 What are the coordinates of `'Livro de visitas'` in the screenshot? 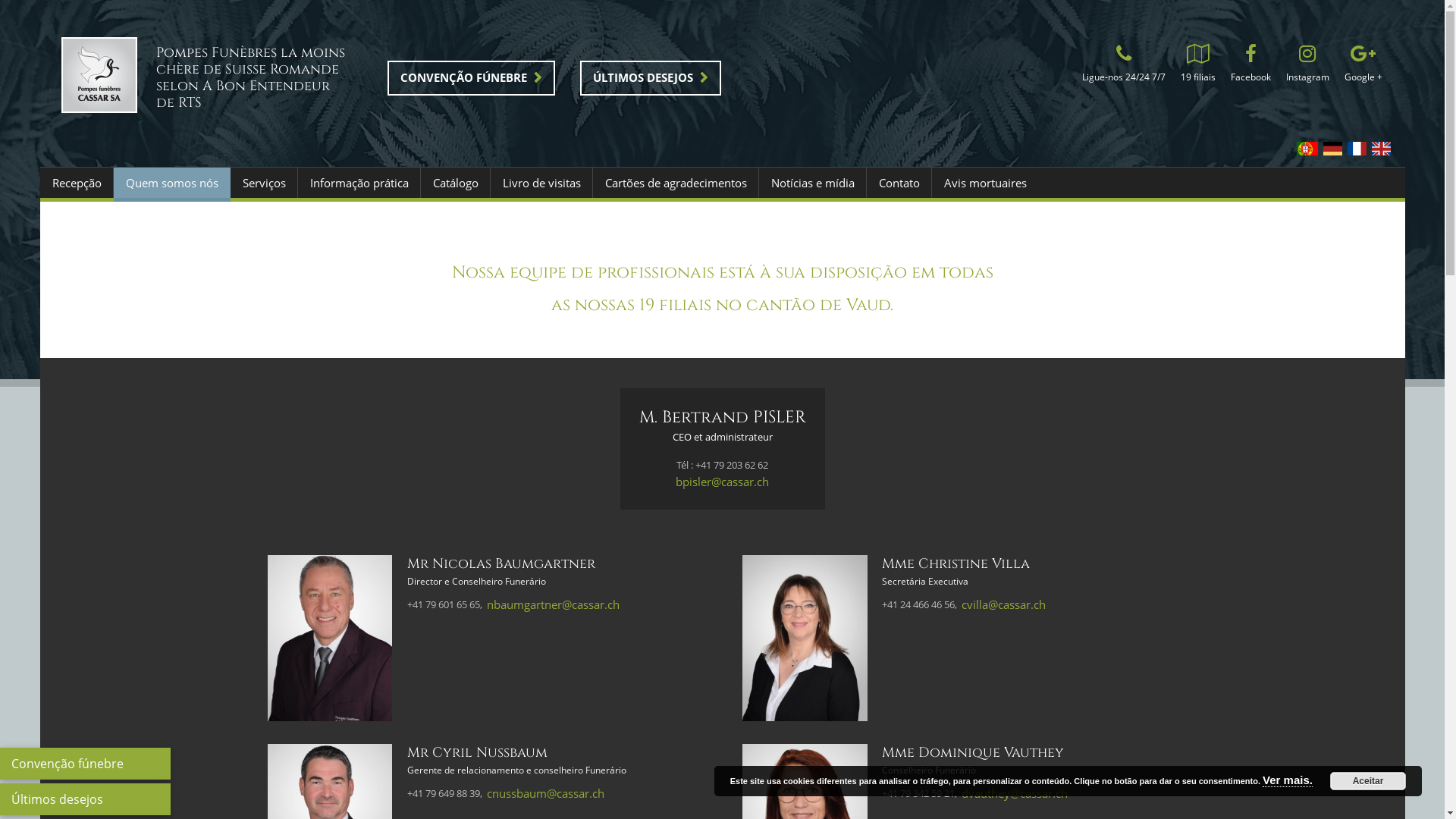 It's located at (541, 181).